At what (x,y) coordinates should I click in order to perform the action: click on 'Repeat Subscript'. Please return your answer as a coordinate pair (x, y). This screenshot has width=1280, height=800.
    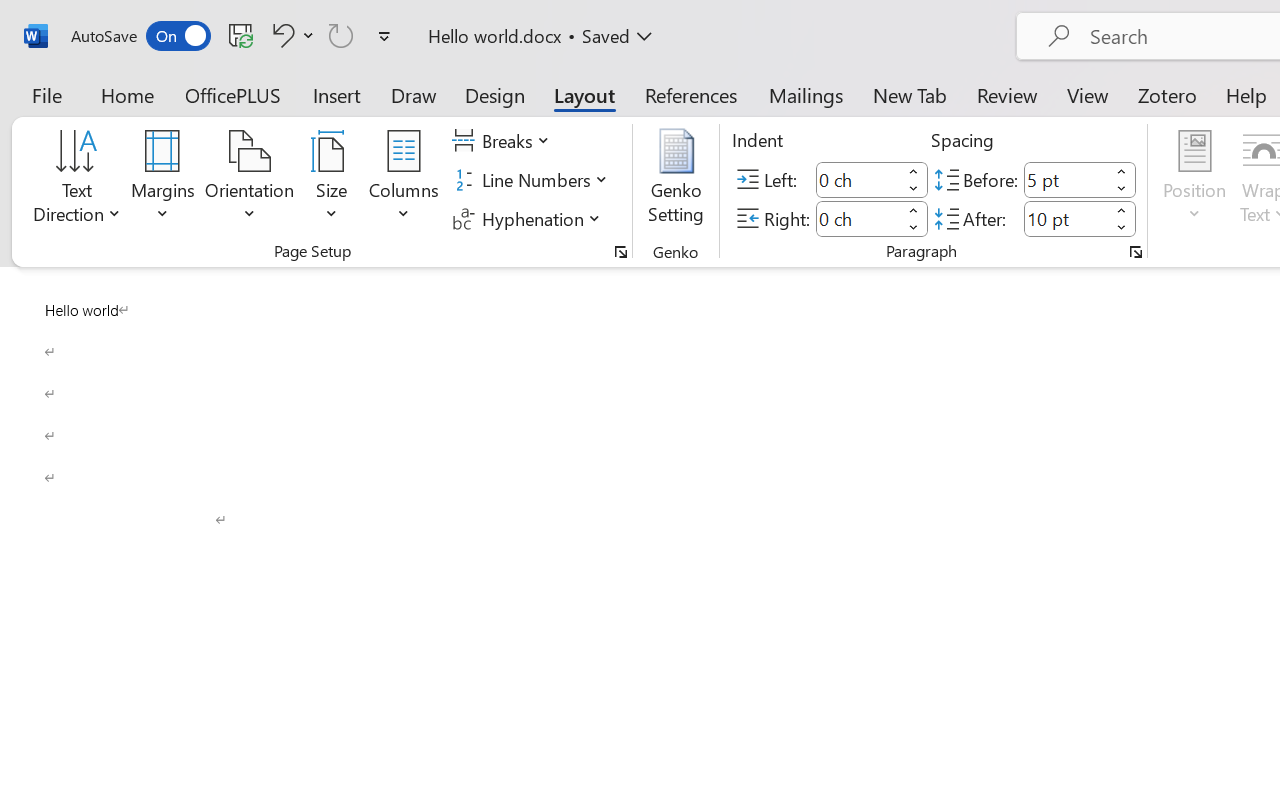
    Looking at the image, I should click on (341, 34).